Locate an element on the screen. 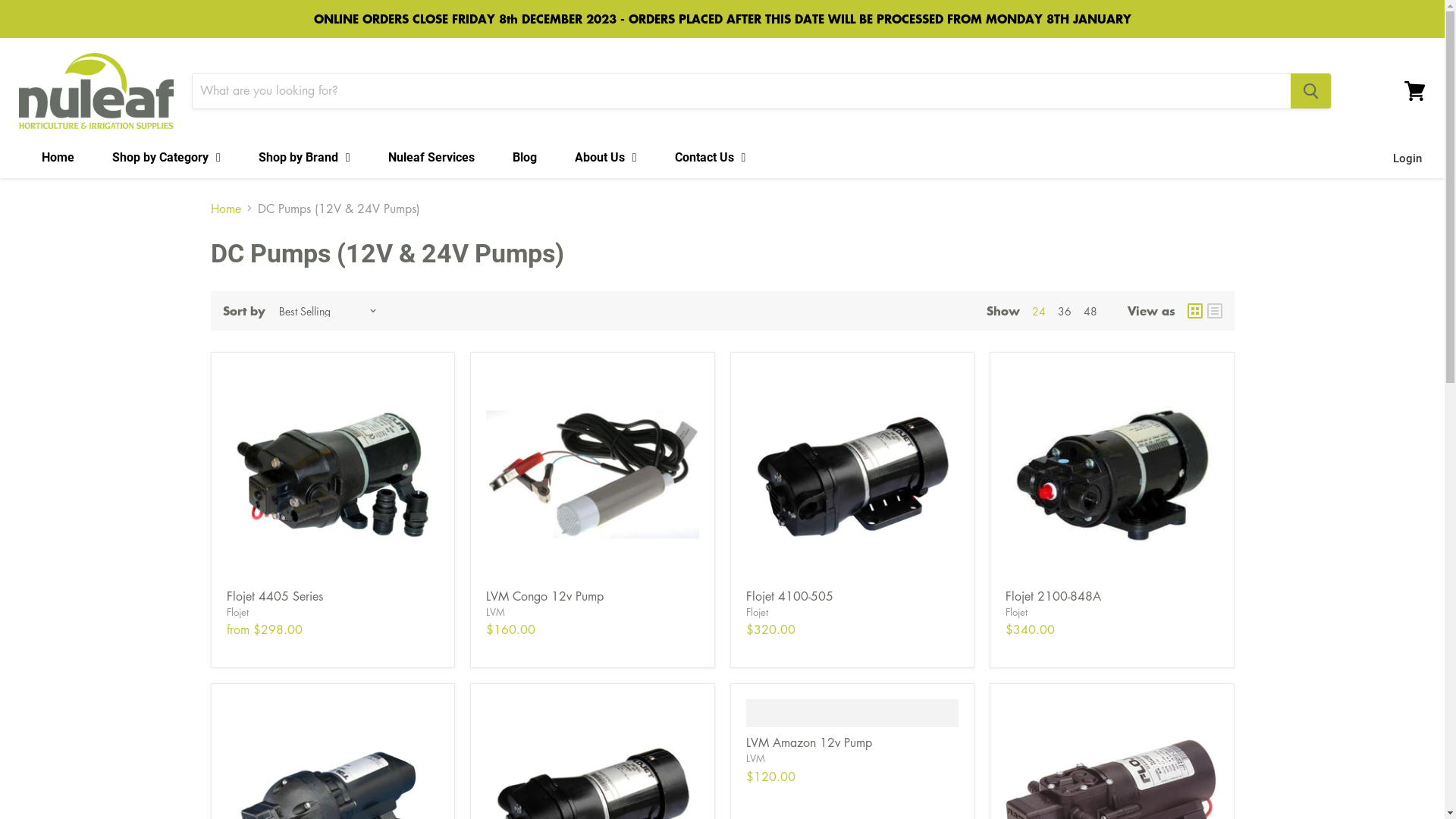  '36' is located at coordinates (1062, 309).